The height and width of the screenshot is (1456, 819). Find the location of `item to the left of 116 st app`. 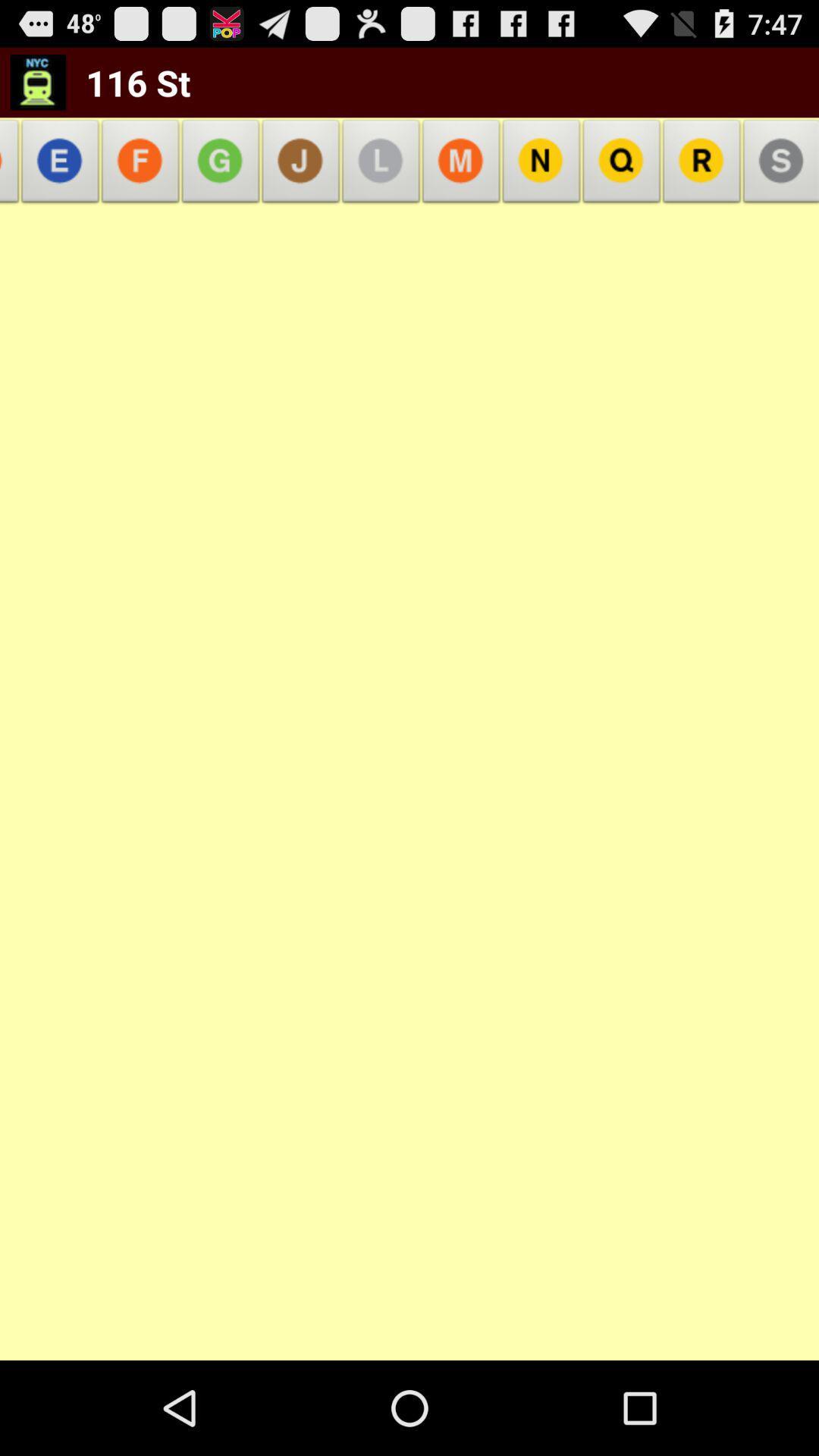

item to the left of 116 st app is located at coordinates (37, 81).